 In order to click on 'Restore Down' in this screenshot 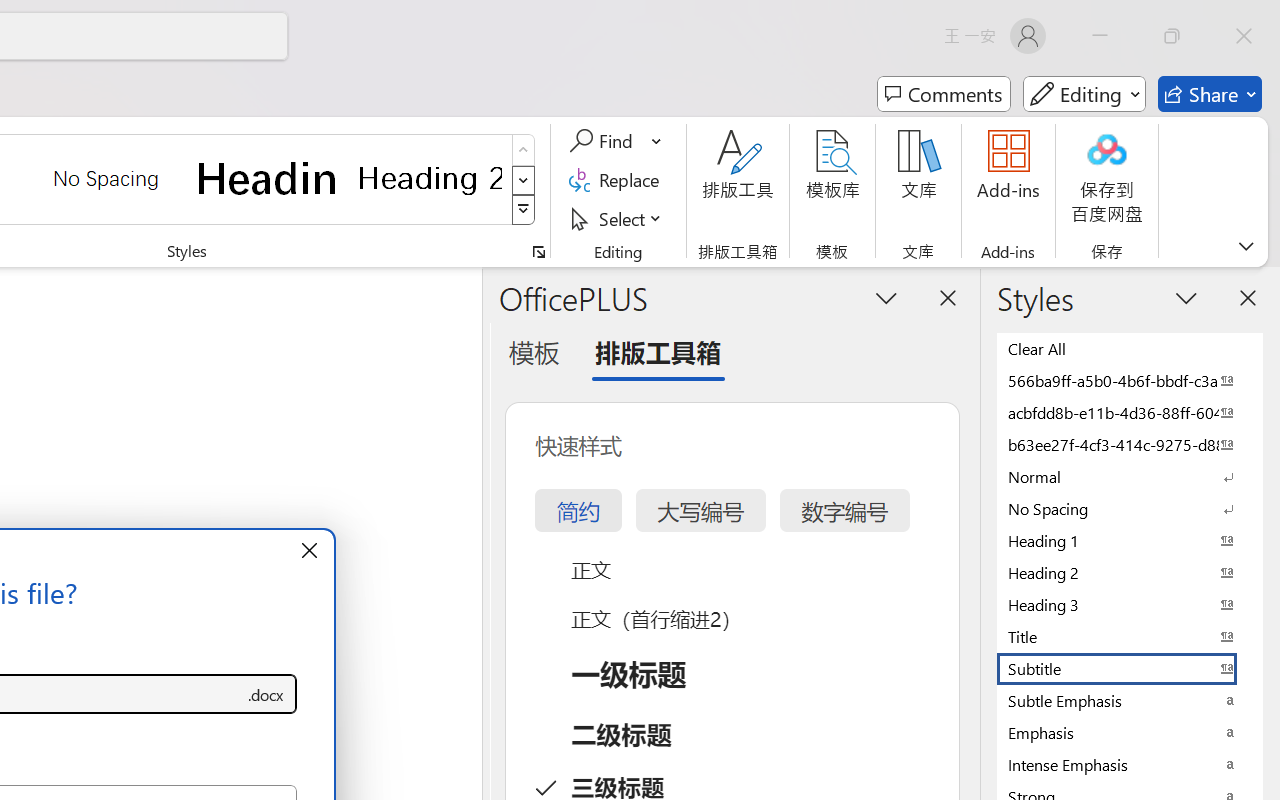, I will do `click(1172, 35)`.